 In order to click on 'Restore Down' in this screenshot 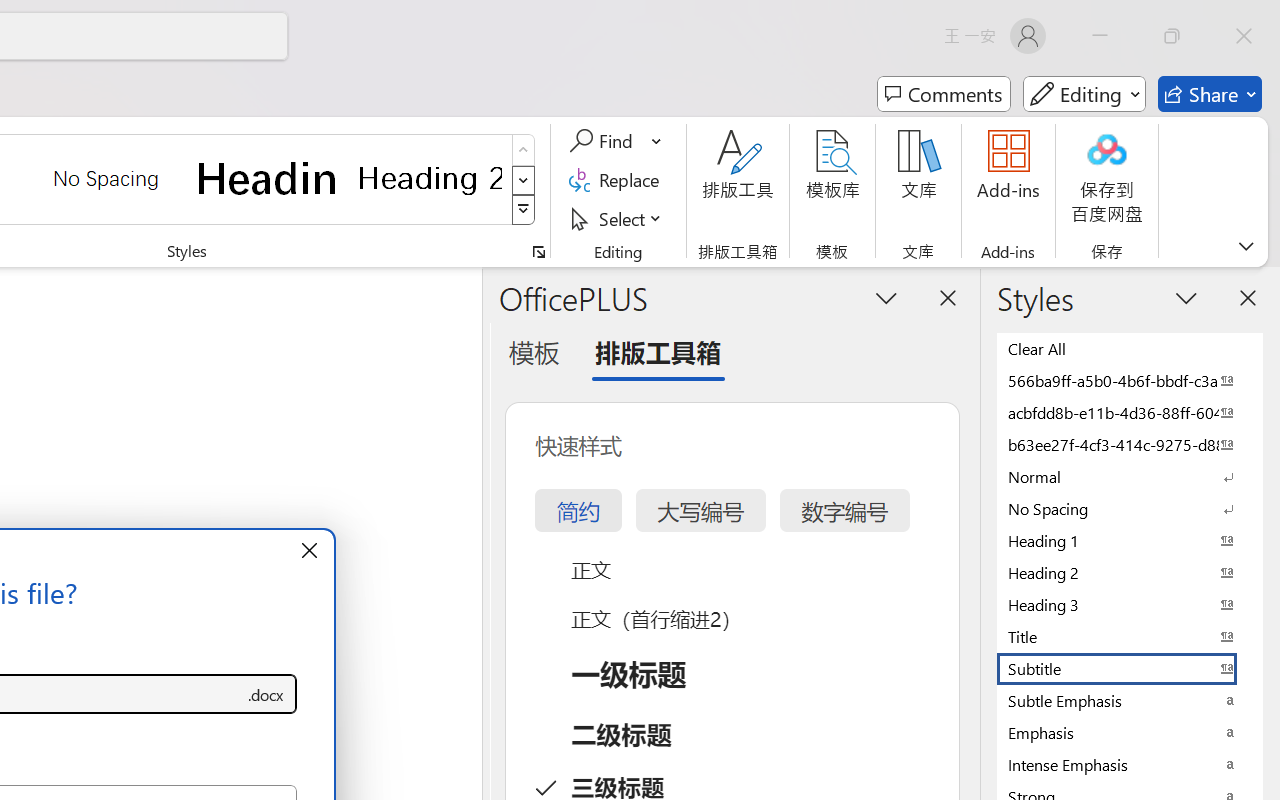, I will do `click(1172, 35)`.